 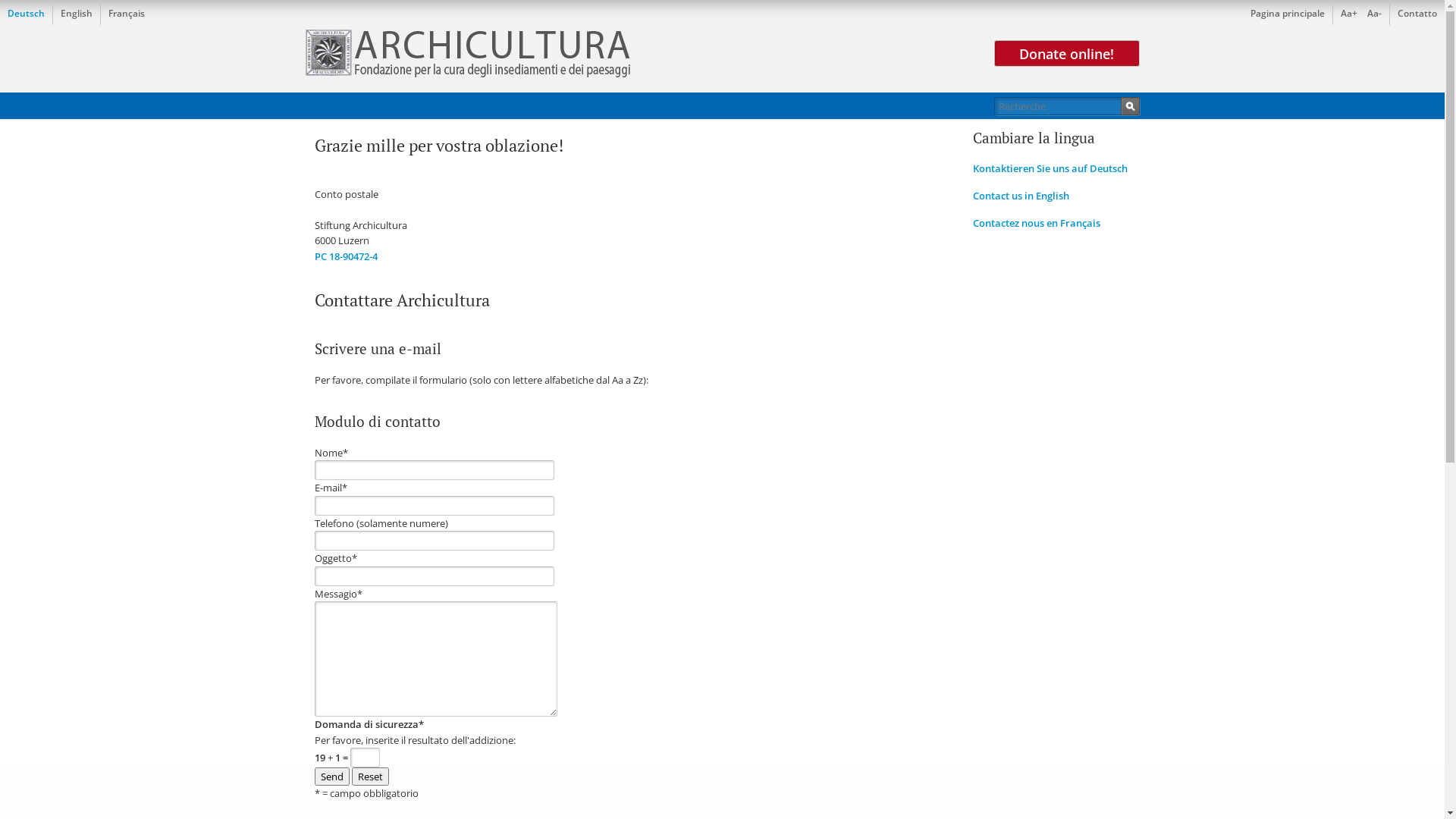 I want to click on 'Send', so click(x=330, y=776).